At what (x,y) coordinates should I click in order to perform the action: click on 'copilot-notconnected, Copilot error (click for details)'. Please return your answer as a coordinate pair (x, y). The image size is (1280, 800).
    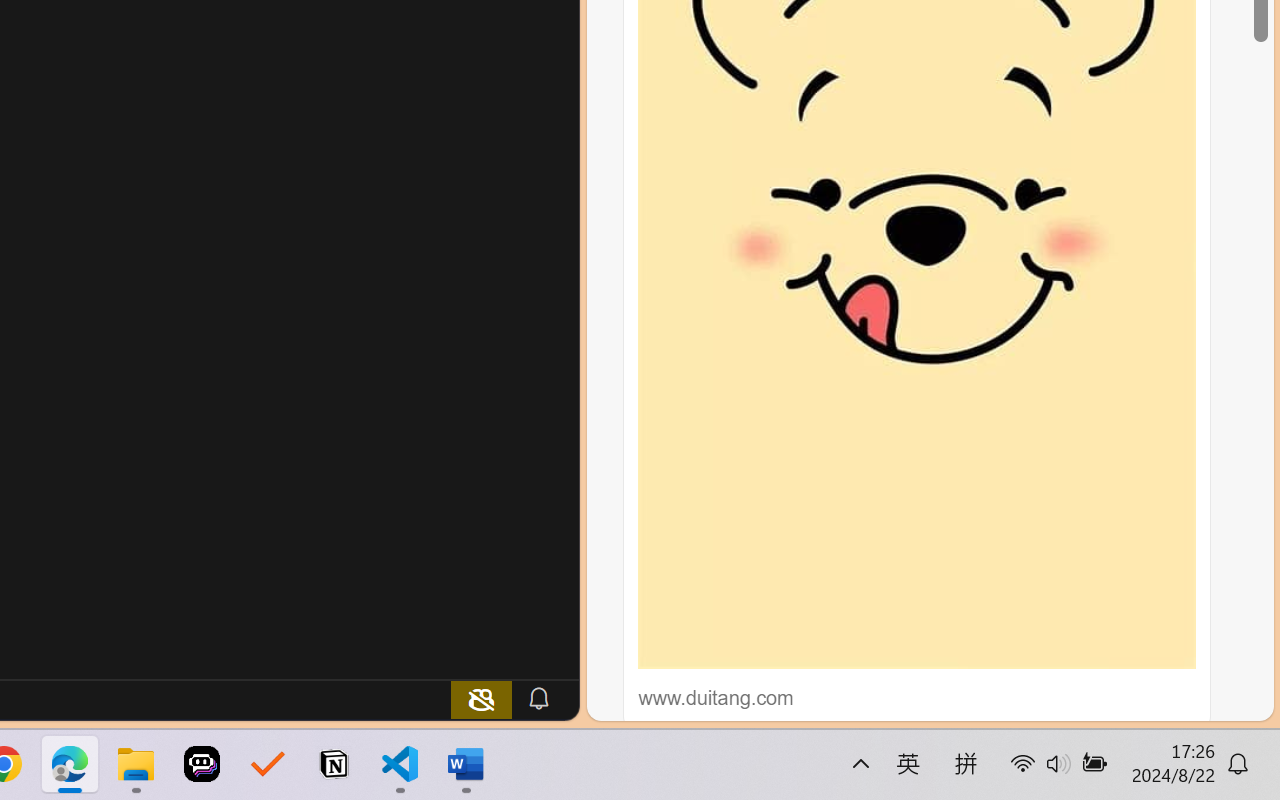
    Looking at the image, I should click on (481, 698).